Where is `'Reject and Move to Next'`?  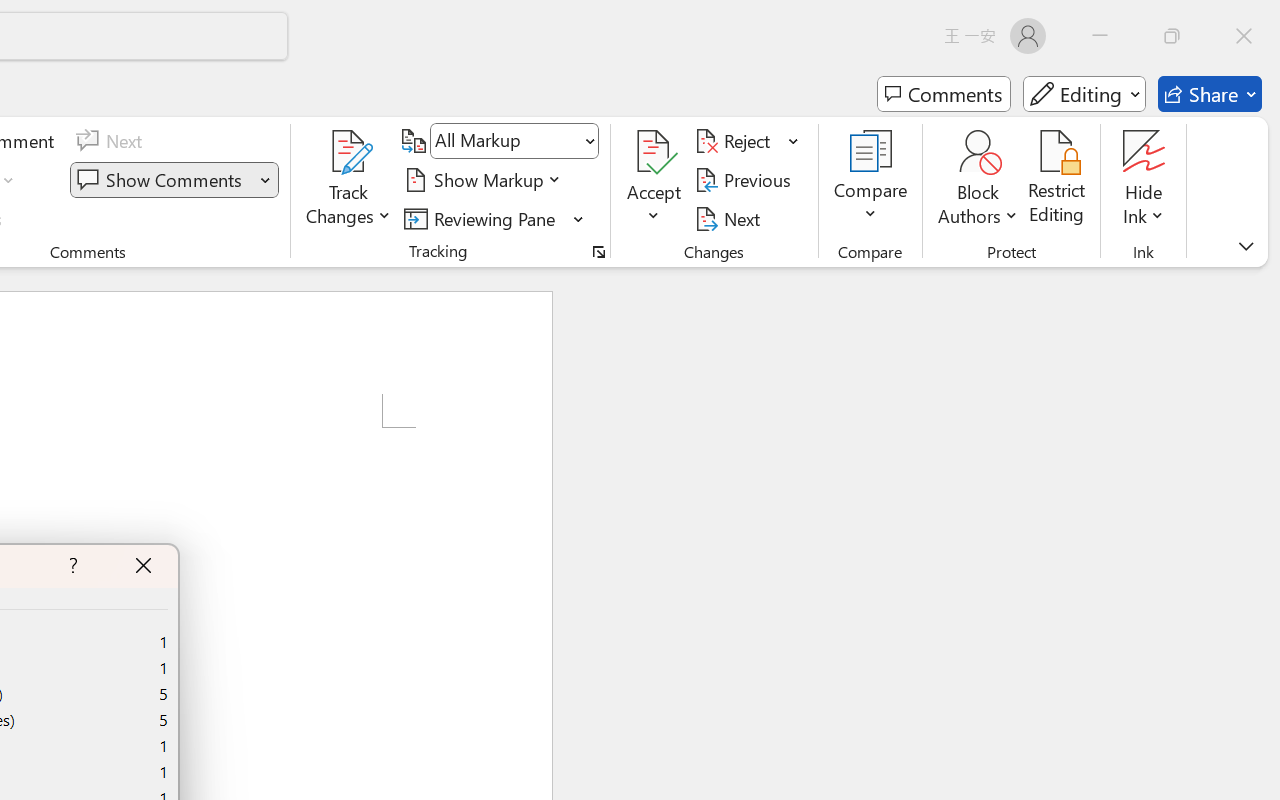 'Reject and Move to Next' is located at coordinates (735, 141).